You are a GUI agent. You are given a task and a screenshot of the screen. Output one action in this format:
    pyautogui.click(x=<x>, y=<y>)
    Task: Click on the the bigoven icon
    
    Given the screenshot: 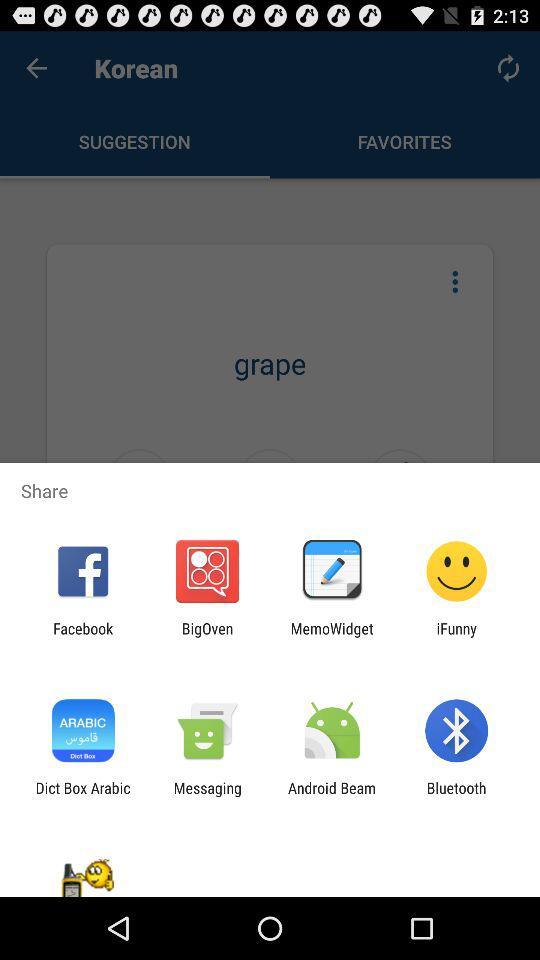 What is the action you would take?
    pyautogui.click(x=206, y=636)
    